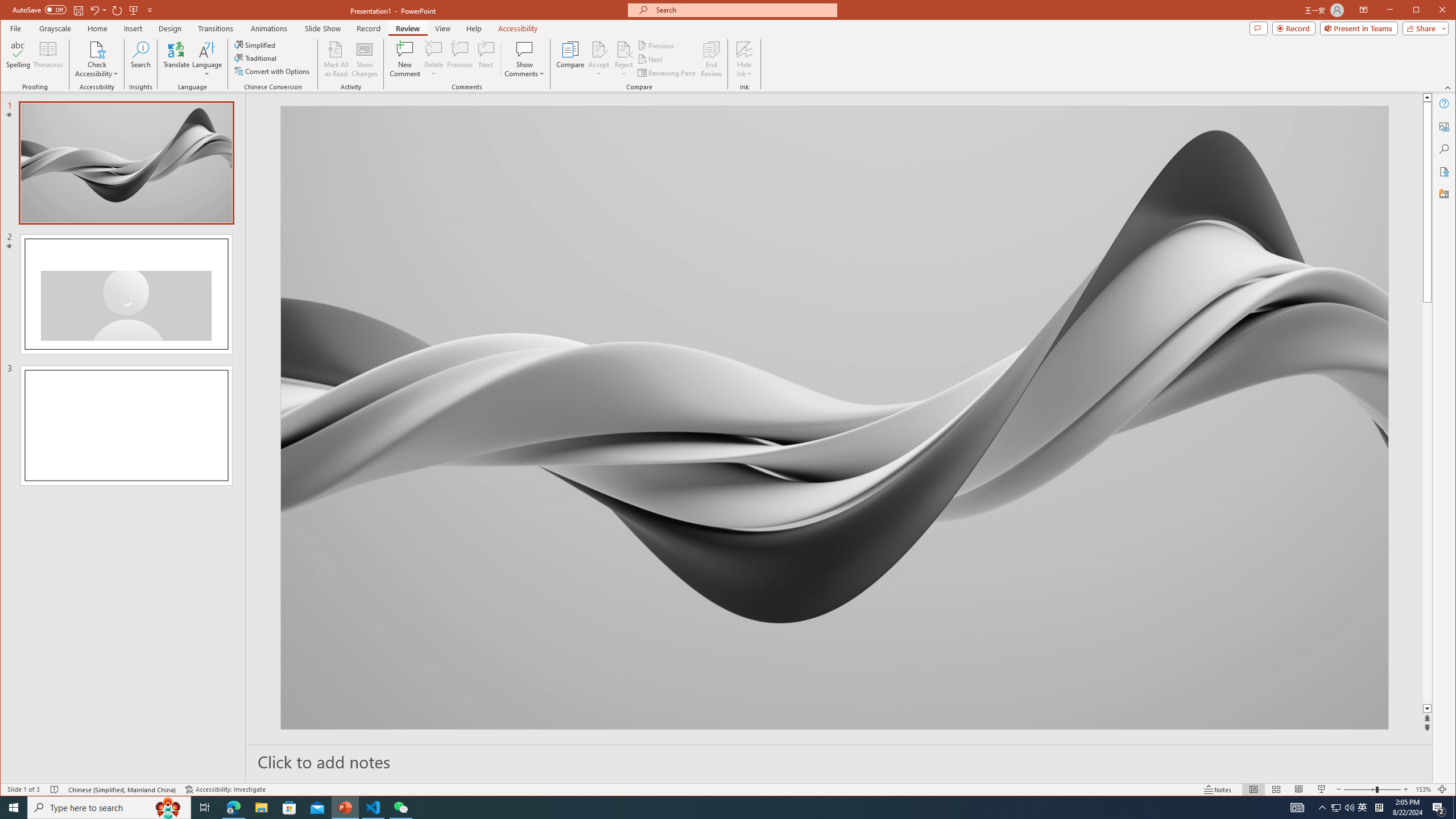 The height and width of the screenshot is (819, 1456). What do you see at coordinates (176, 59) in the screenshot?
I see `'Translate'` at bounding box center [176, 59].